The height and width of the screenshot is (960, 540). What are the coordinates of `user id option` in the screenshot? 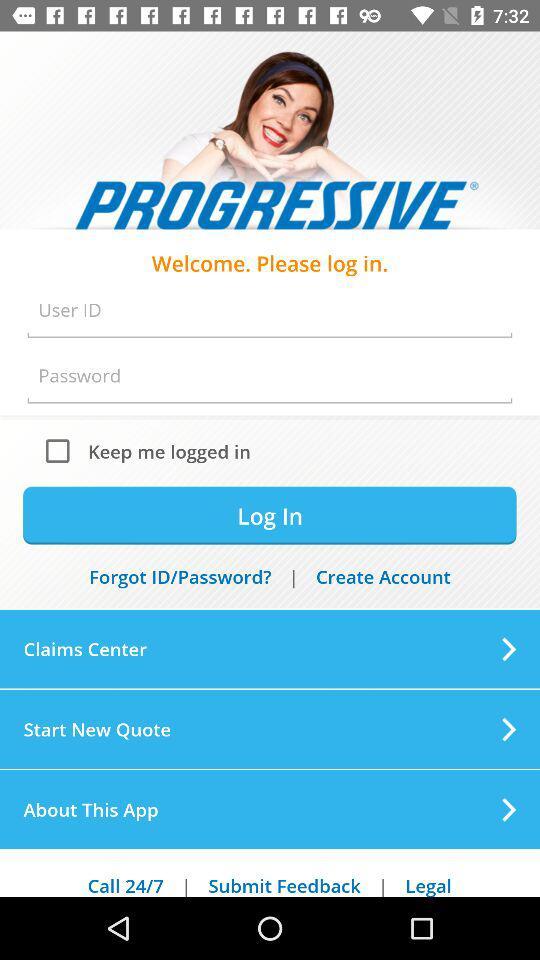 It's located at (270, 310).